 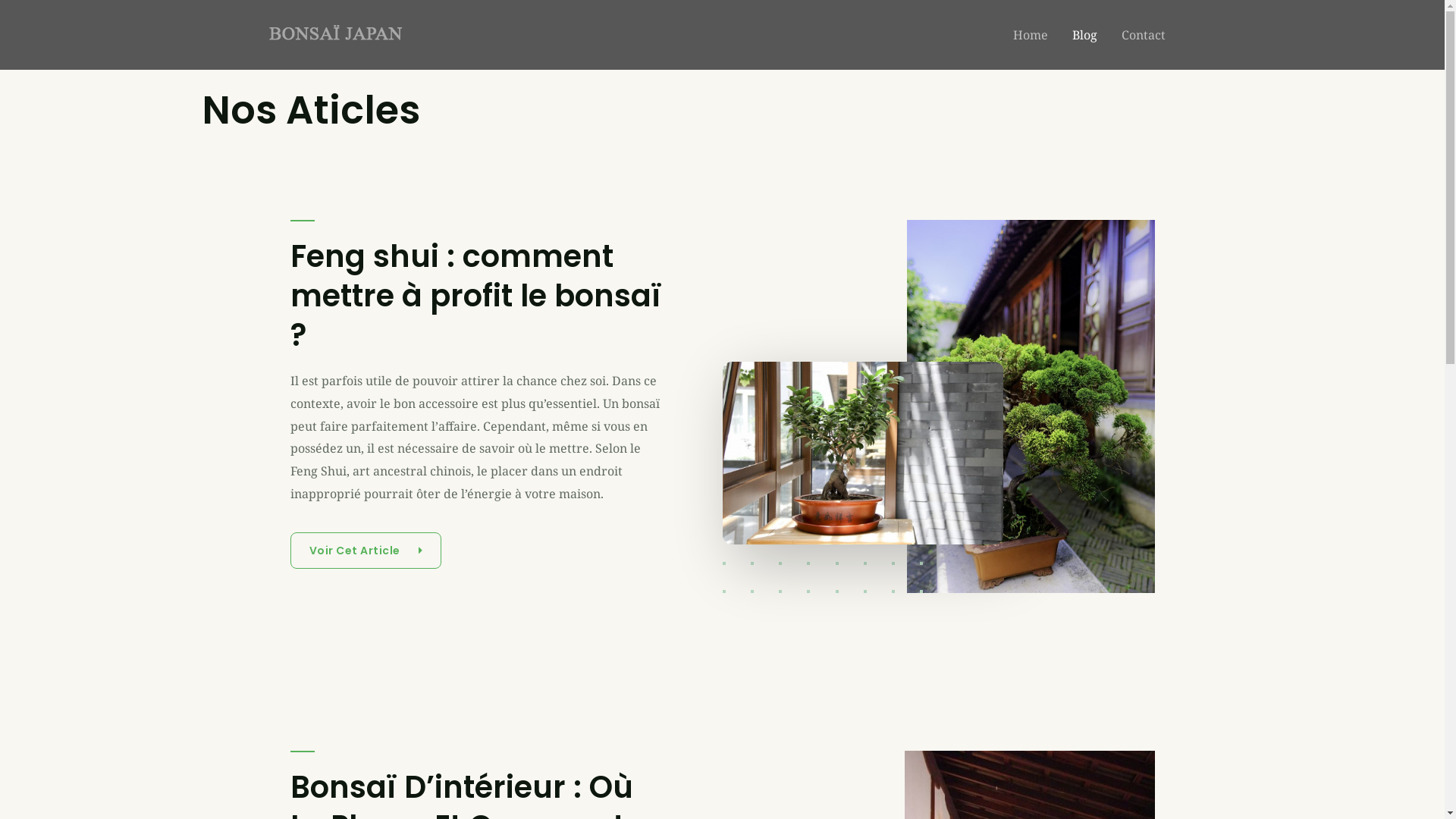 What do you see at coordinates (365, 550) in the screenshot?
I see `'Voir Cet Article'` at bounding box center [365, 550].